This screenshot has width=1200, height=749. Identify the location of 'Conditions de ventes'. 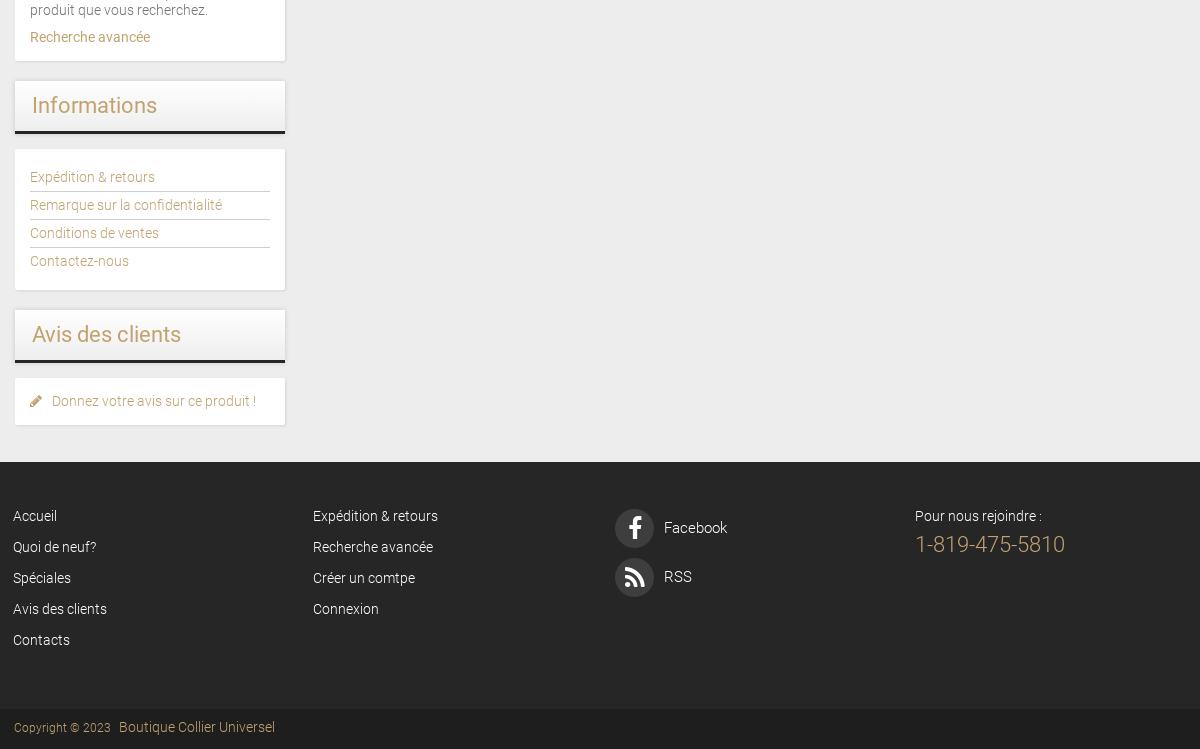
(94, 233).